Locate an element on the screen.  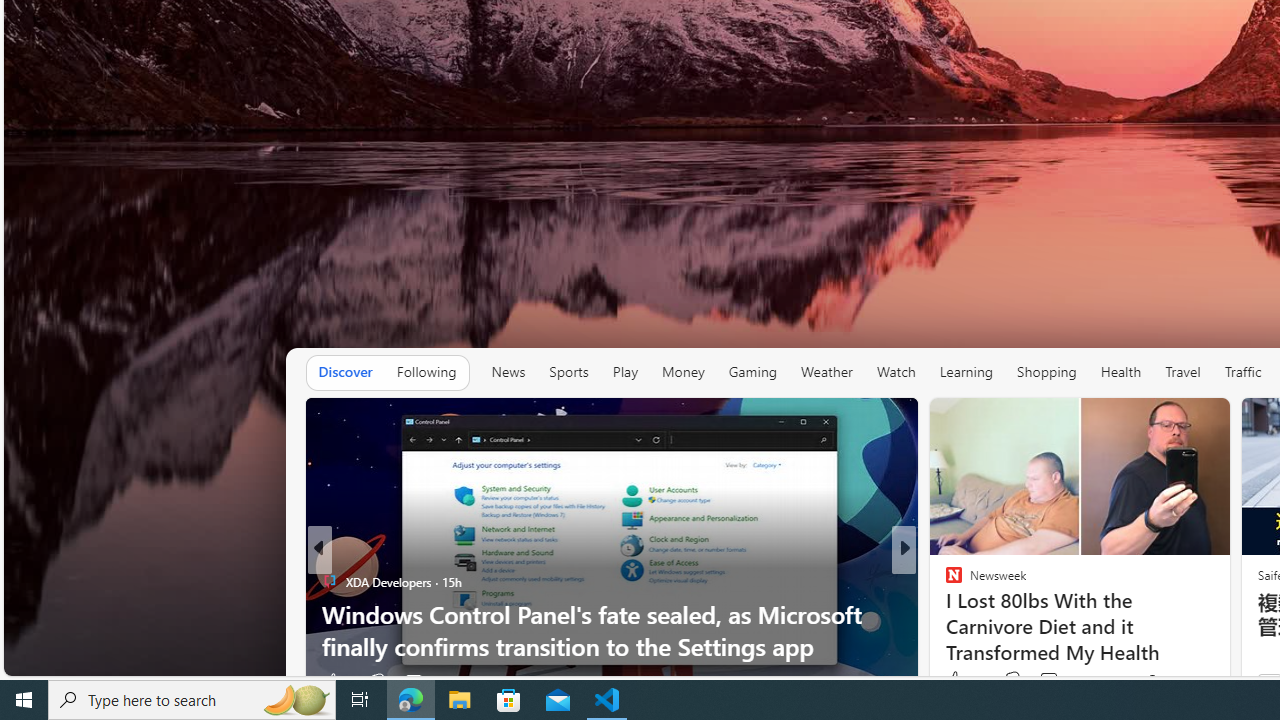
'Shopping' is located at coordinates (1046, 372).